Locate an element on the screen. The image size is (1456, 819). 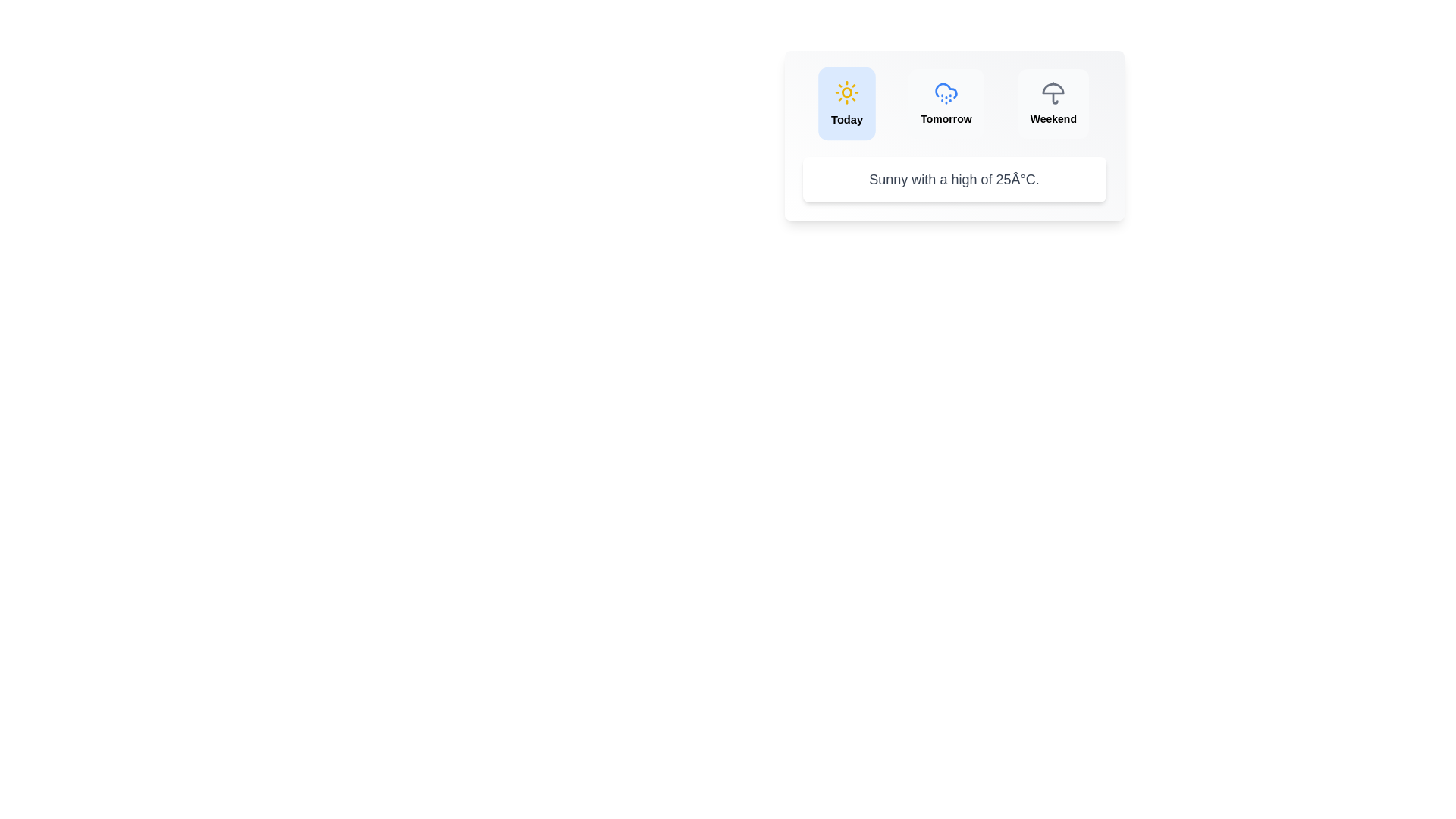
the Tomorrow tab to view its weather forecast is located at coordinates (945, 103).